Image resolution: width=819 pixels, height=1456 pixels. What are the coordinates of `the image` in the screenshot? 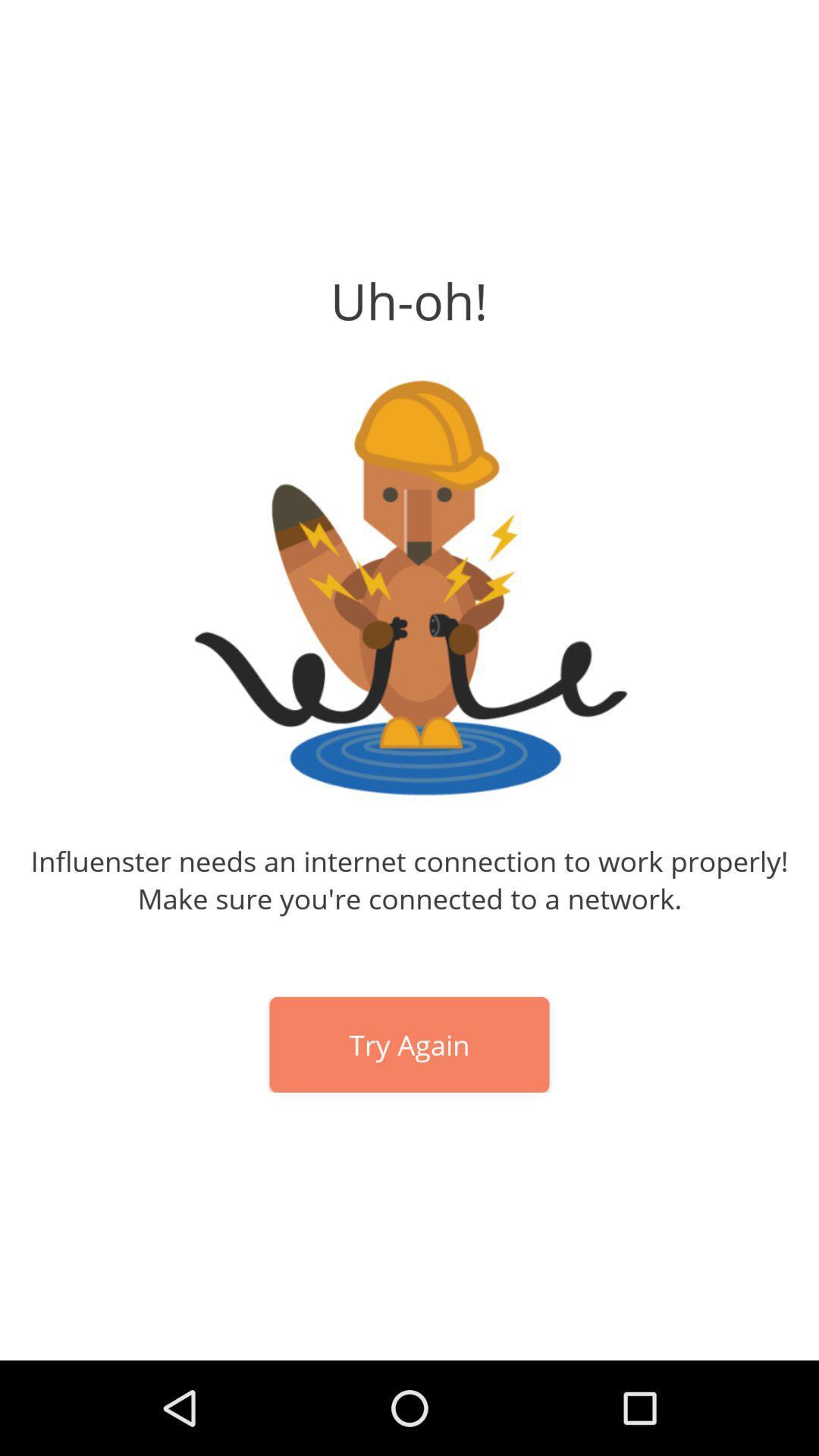 It's located at (409, 587).